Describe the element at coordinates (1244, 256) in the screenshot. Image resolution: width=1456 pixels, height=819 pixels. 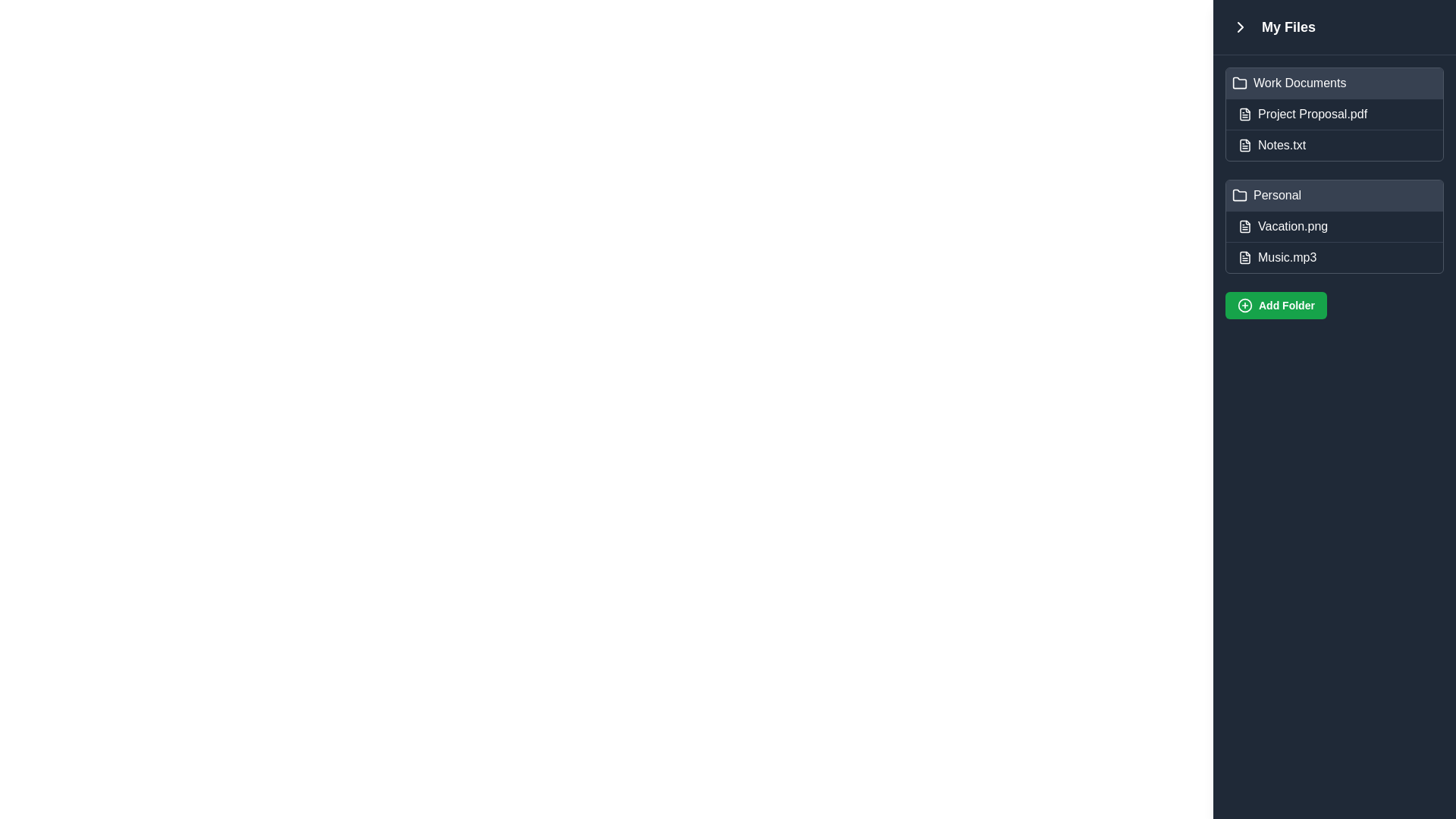
I see `the file type` at that location.